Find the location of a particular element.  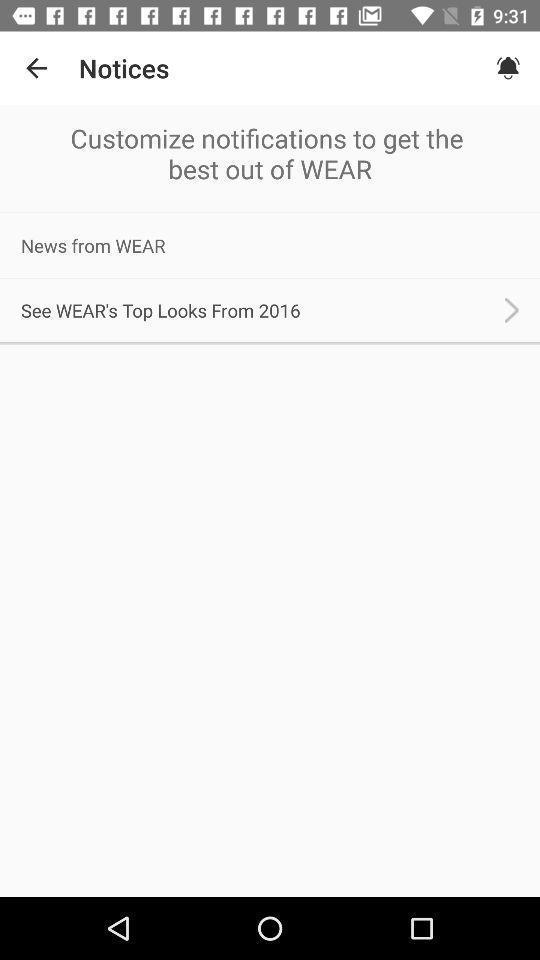

icon next to notices is located at coordinates (36, 68).